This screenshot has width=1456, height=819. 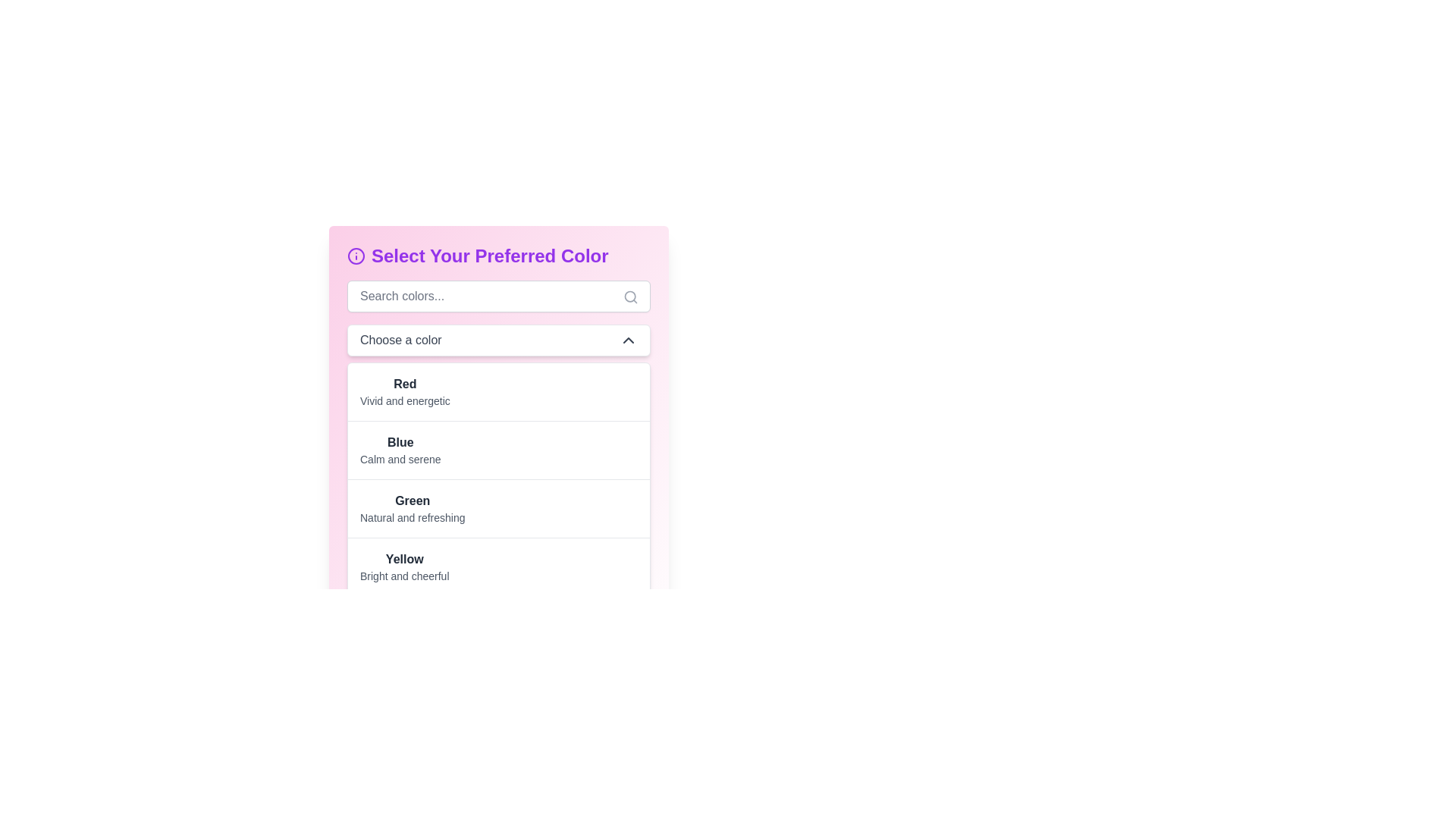 What do you see at coordinates (400, 442) in the screenshot?
I see `the static text label for the color option 'Blue', which is the first line of a two-line text block in the color options list` at bounding box center [400, 442].